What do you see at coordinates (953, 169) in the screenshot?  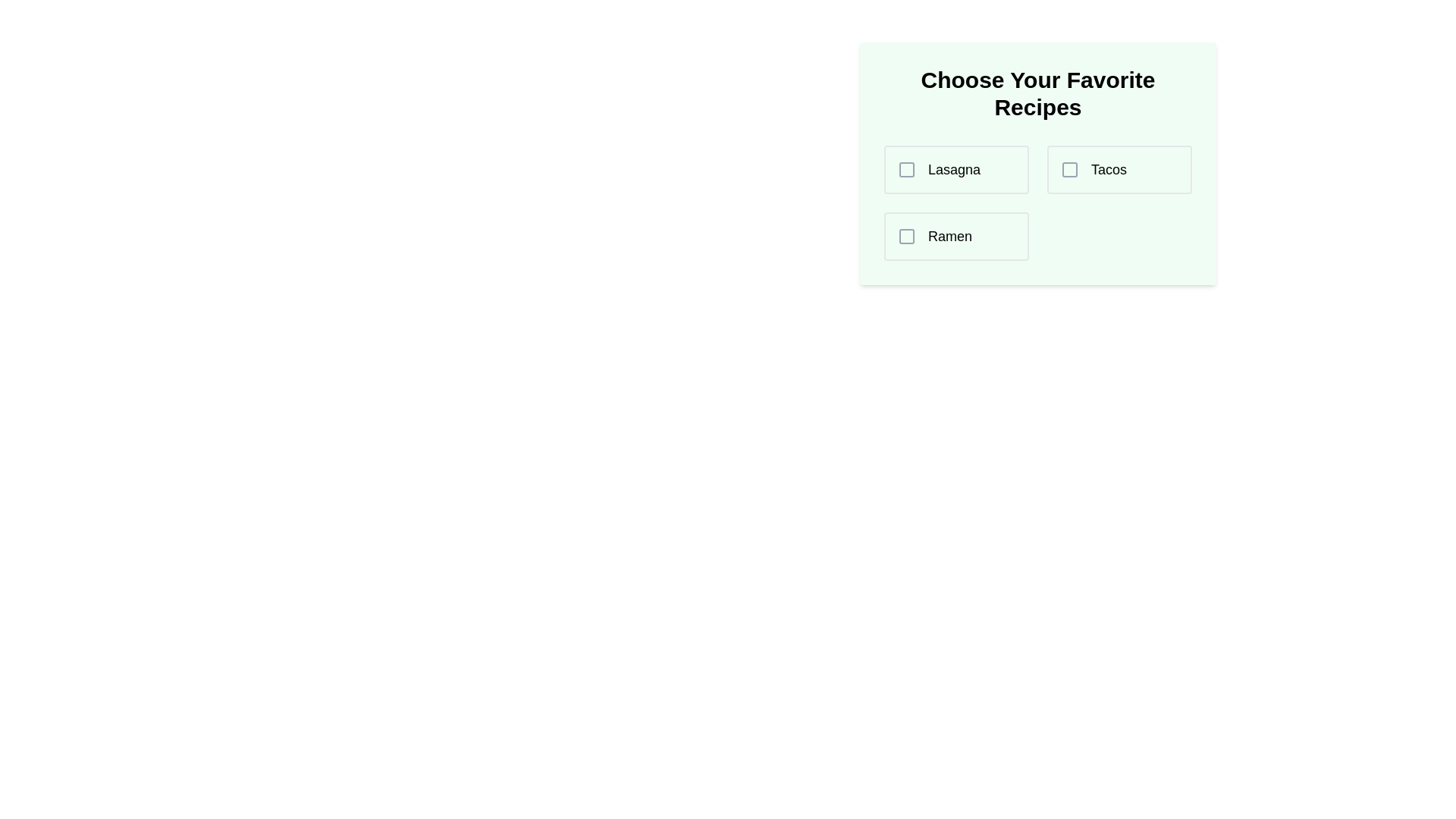 I see `the text label identifying the 'Lasagna' option, which is located to the right of a checkbox in the 'Choose Your Favorite Recipes' section` at bounding box center [953, 169].